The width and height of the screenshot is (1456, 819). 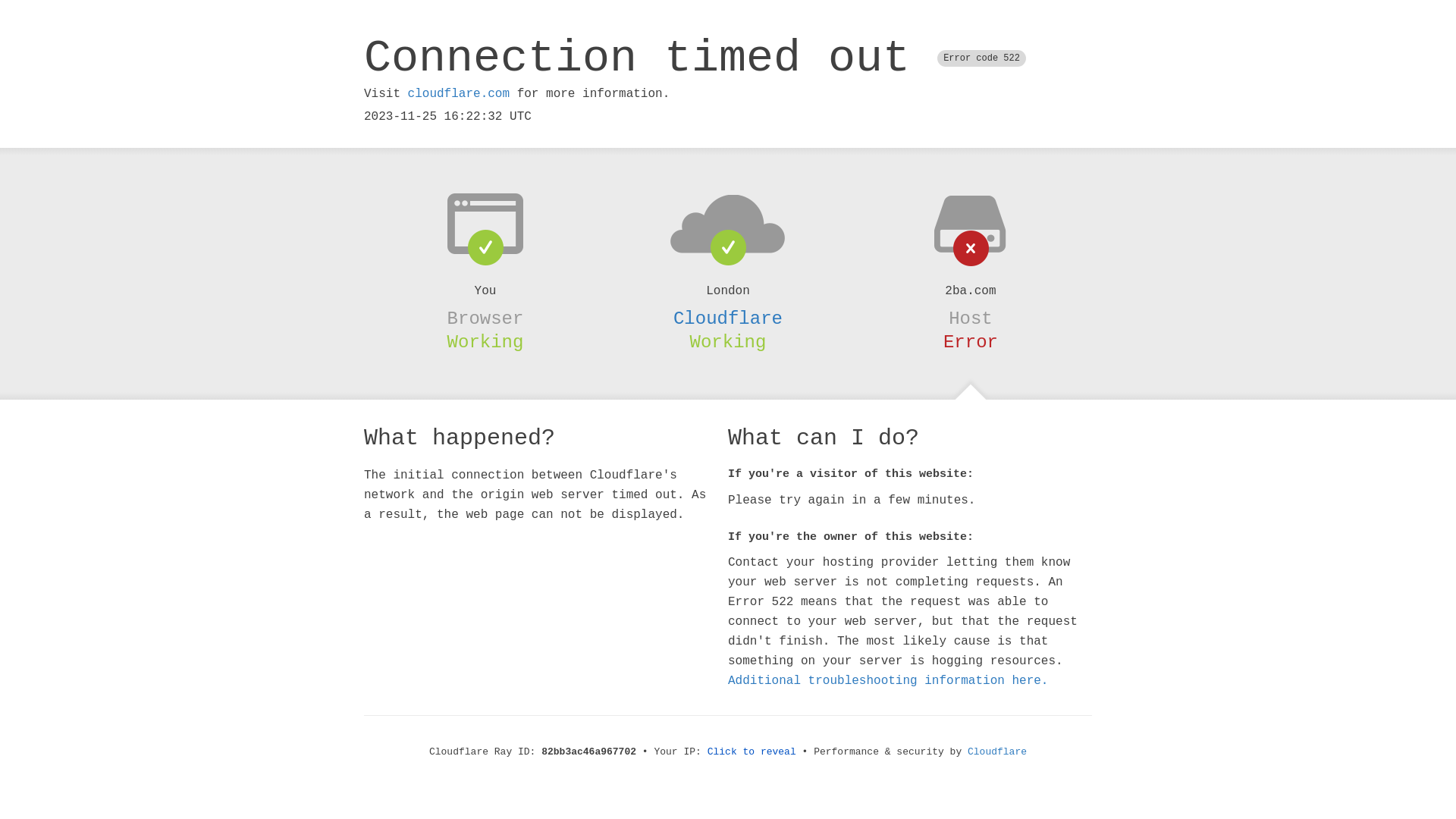 What do you see at coordinates (997, 752) in the screenshot?
I see `'Cloudflare'` at bounding box center [997, 752].